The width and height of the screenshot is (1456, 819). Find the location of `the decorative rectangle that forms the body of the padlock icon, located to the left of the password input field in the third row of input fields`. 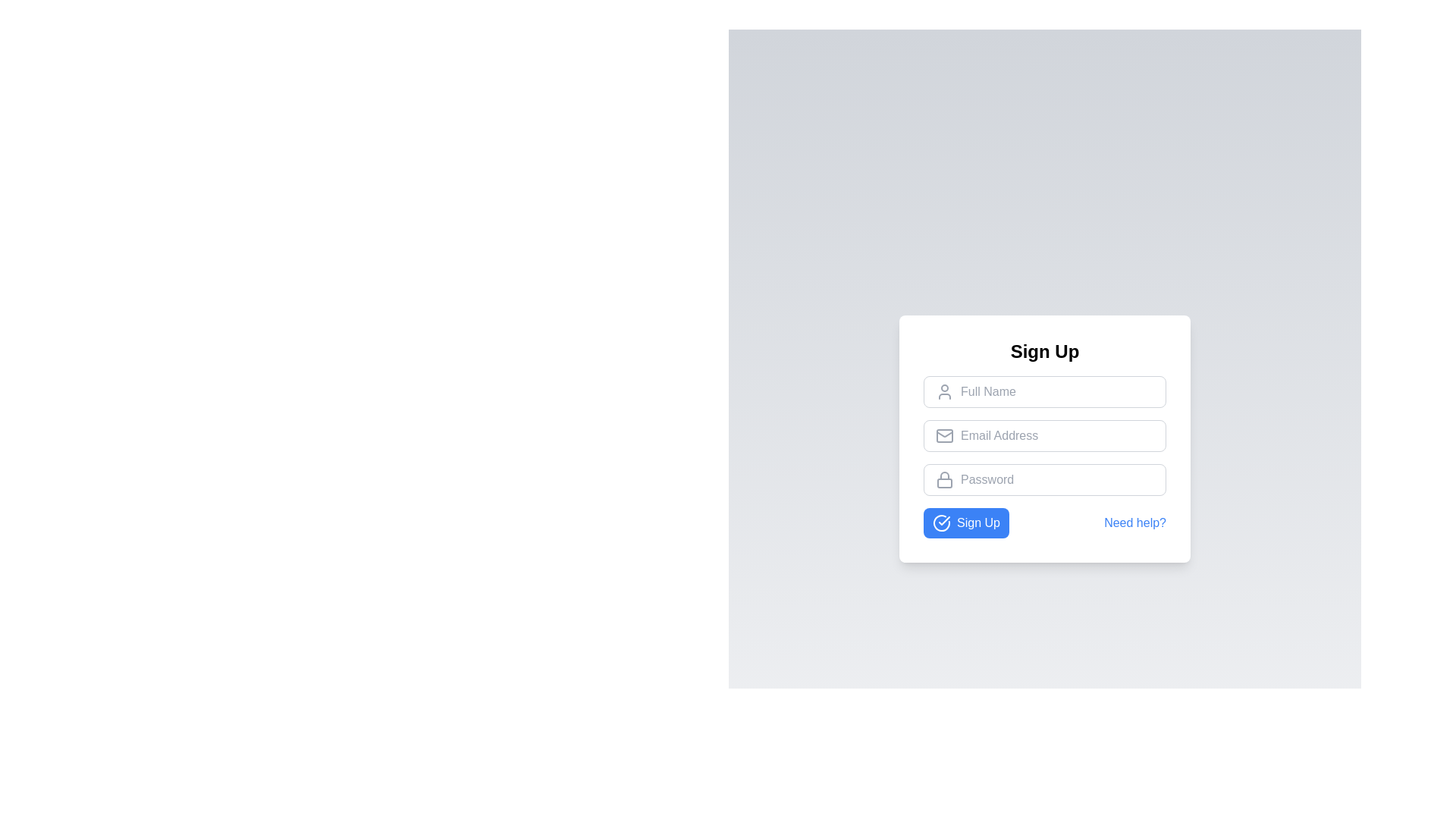

the decorative rectangle that forms the body of the padlock icon, located to the left of the password input field in the third row of input fields is located at coordinates (944, 483).